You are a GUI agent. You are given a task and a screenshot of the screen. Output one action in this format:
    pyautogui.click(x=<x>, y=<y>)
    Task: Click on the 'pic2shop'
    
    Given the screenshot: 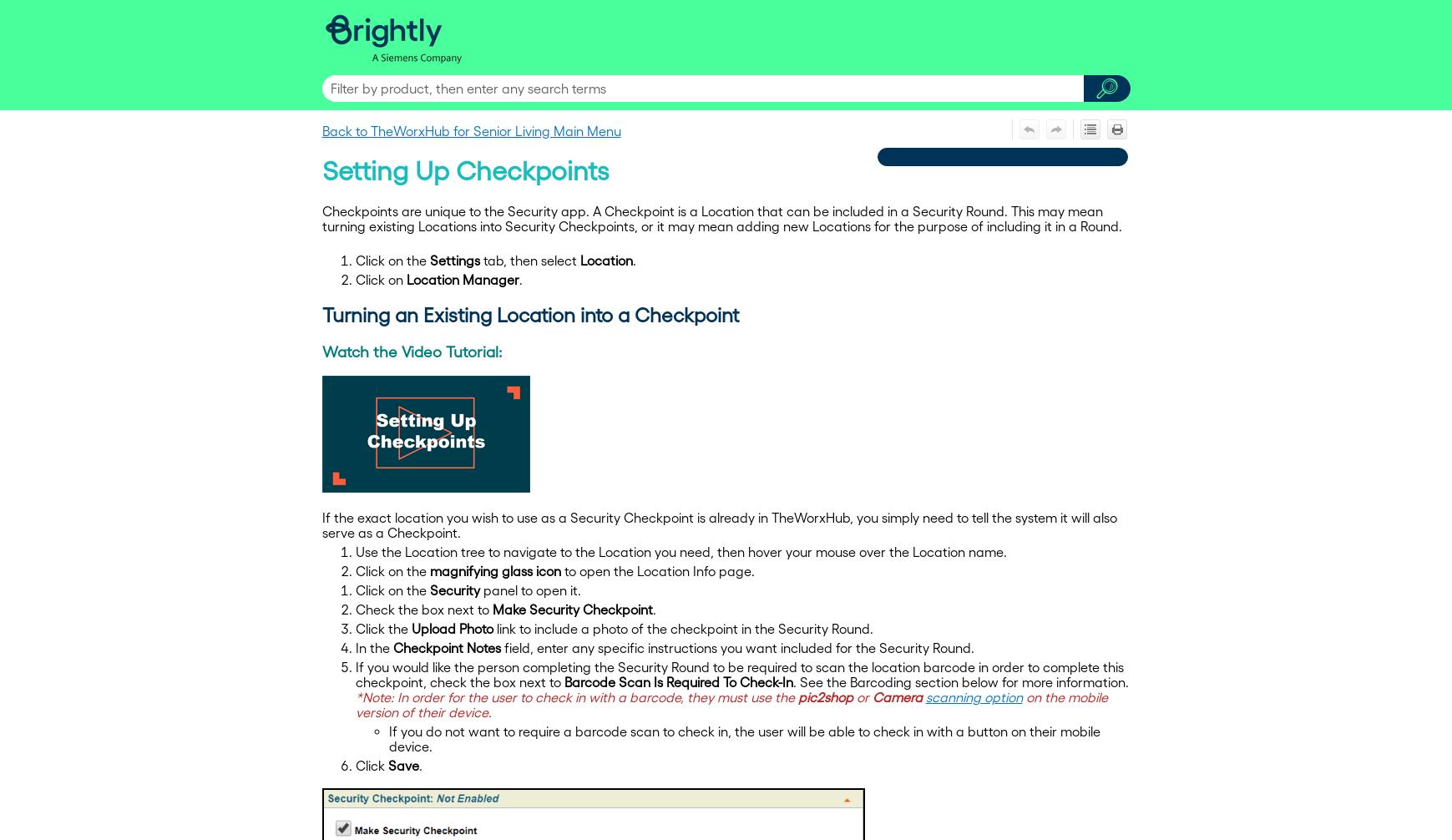 What is the action you would take?
    pyautogui.click(x=824, y=696)
    